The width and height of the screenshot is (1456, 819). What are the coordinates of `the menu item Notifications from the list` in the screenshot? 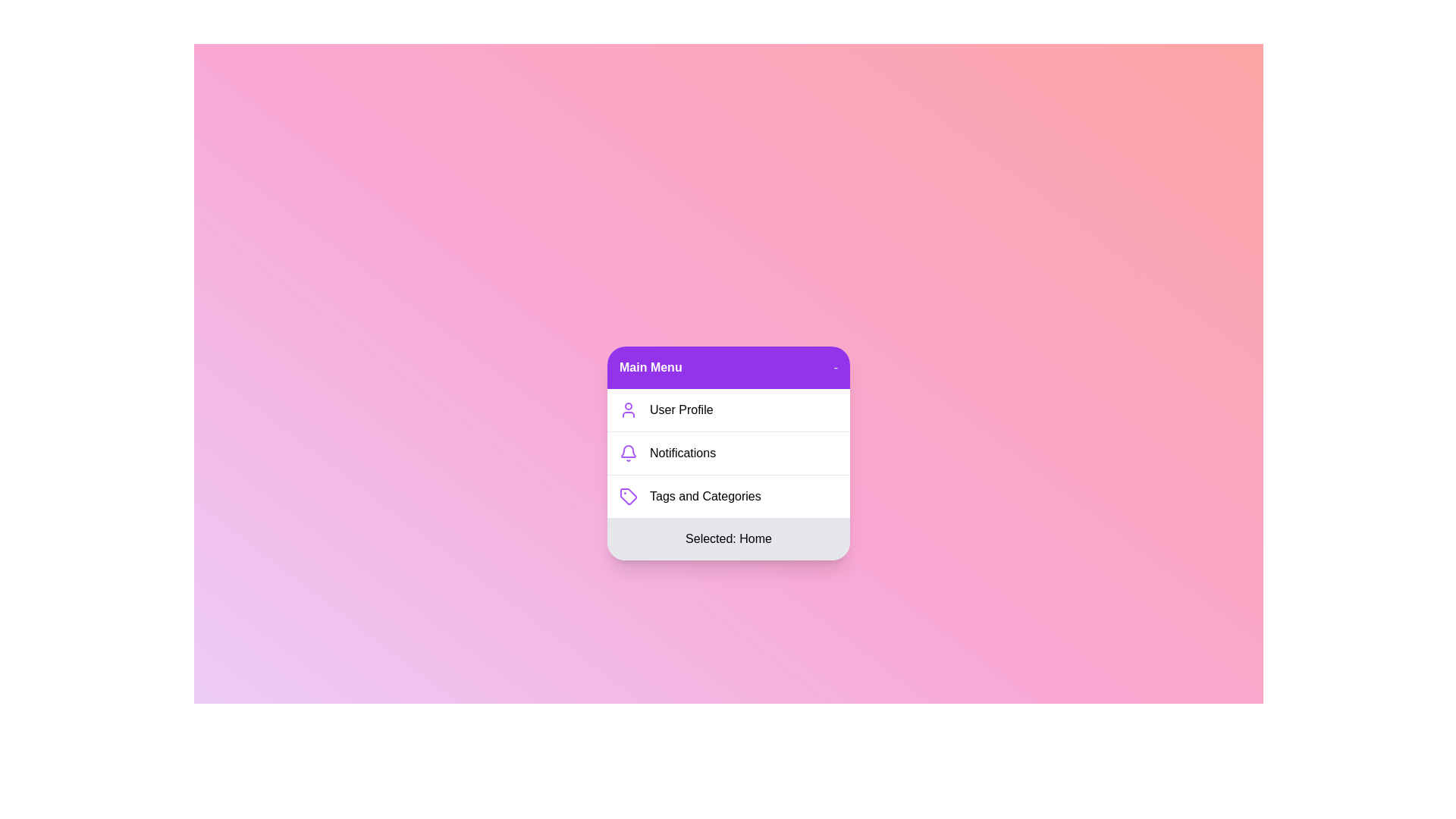 It's located at (728, 452).